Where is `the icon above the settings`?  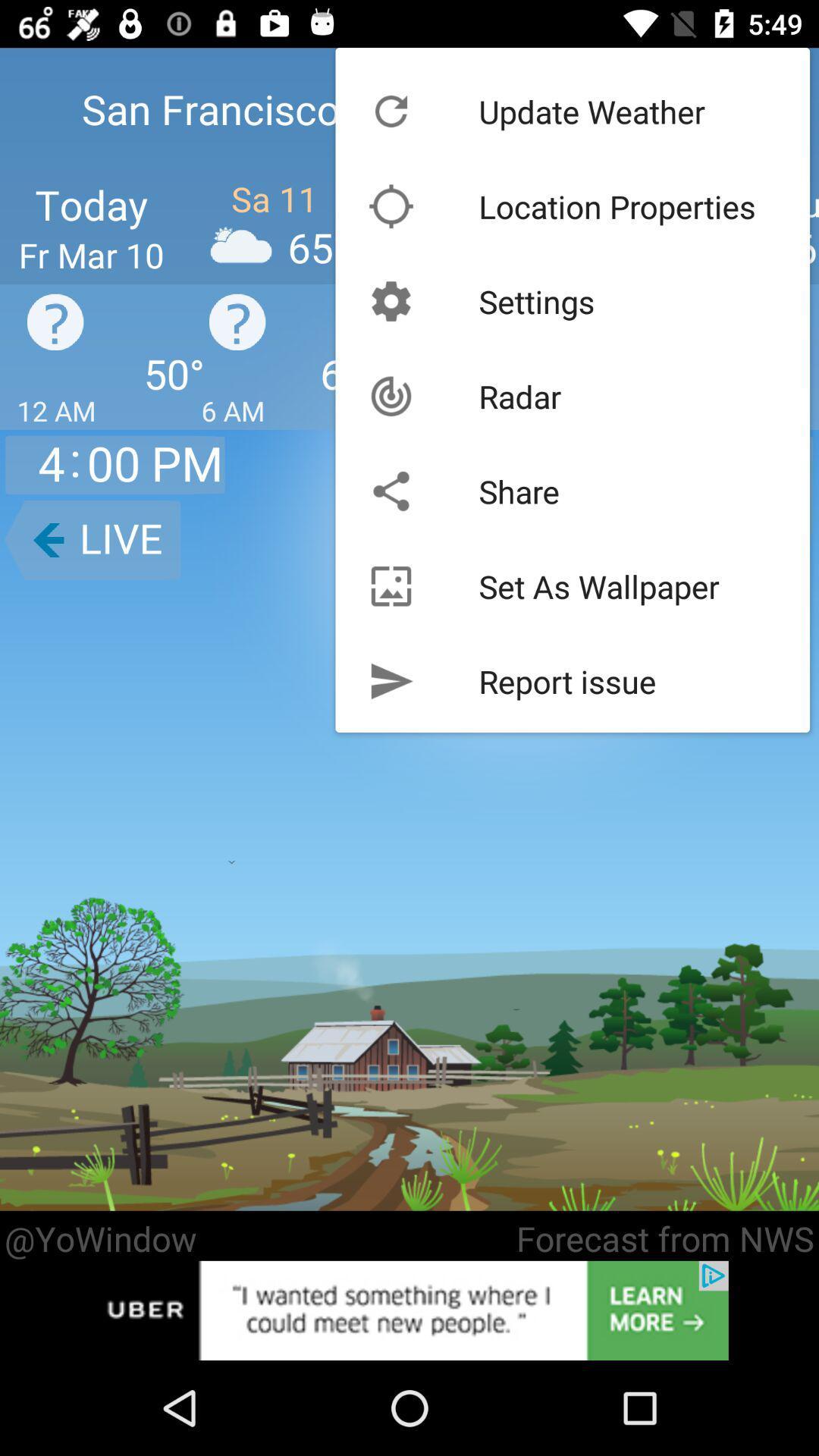
the icon above the settings is located at coordinates (617, 206).